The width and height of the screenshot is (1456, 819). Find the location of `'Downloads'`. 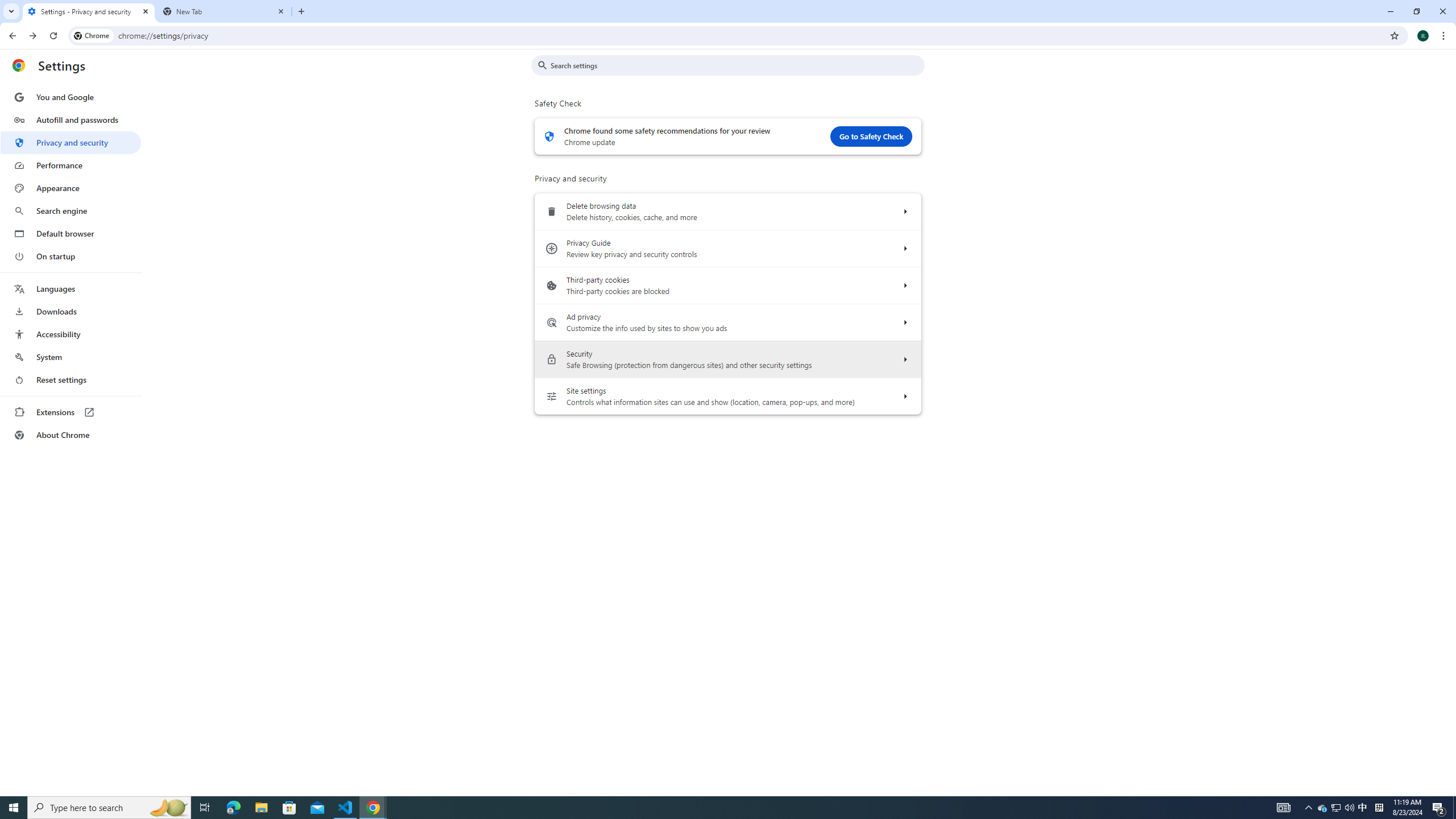

'Downloads' is located at coordinates (70, 311).